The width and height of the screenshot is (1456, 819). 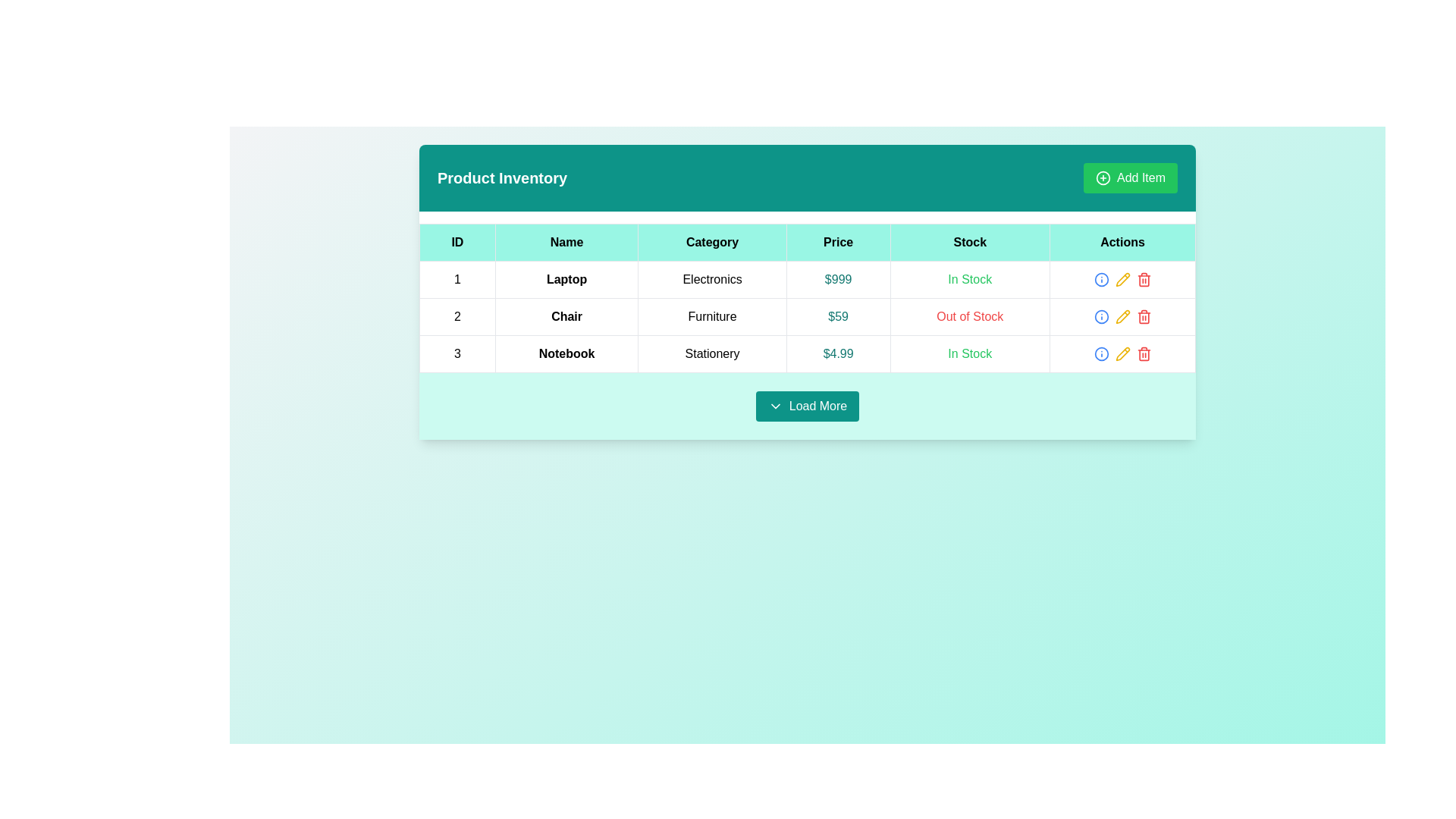 I want to click on the yellow pencil icon button in the 'Actions' column of the second row in the 'Product Inventory' table, so click(x=1122, y=315).